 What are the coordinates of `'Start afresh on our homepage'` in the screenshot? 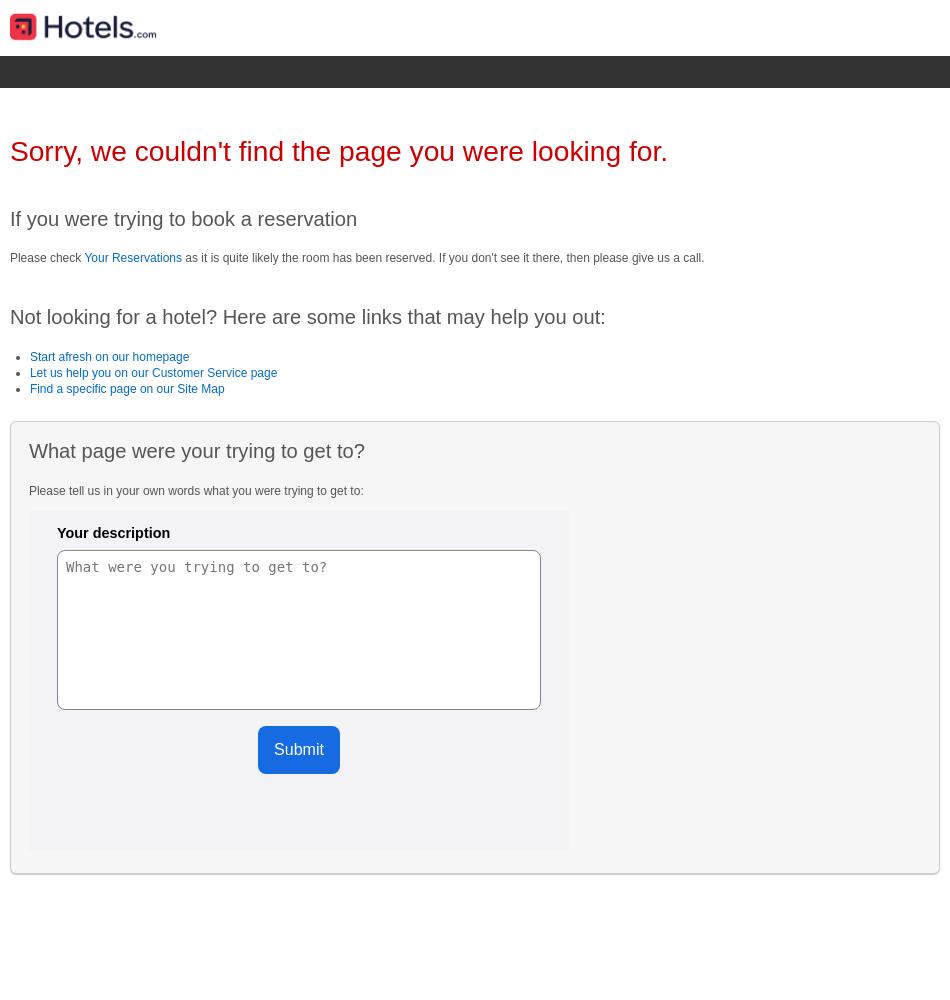 It's located at (28, 355).